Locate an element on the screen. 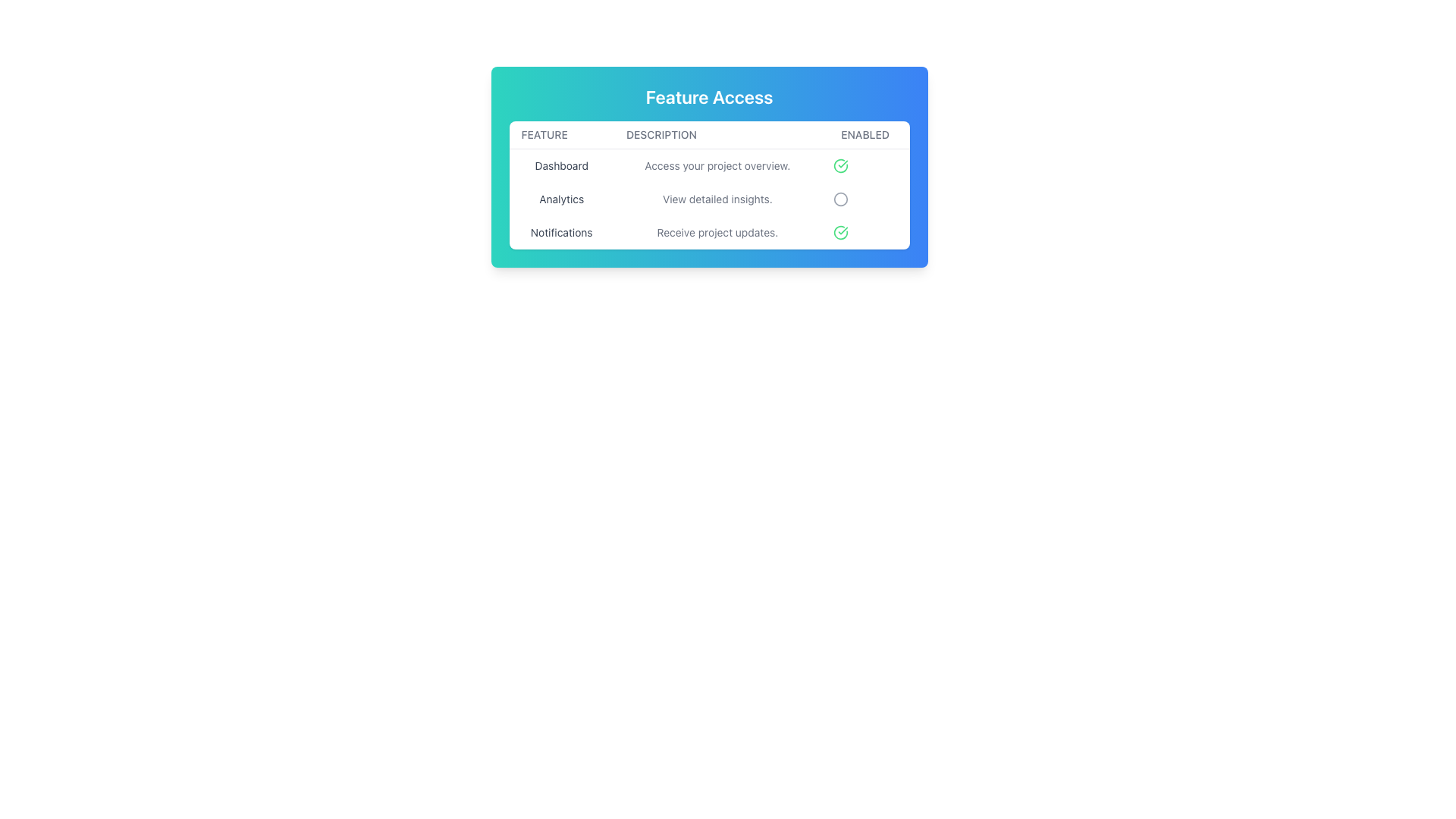 Image resolution: width=1456 pixels, height=819 pixels. the interactive checkbox located in the 'ENABLED' column adjacent to the 'Analytics' row is located at coordinates (865, 198).